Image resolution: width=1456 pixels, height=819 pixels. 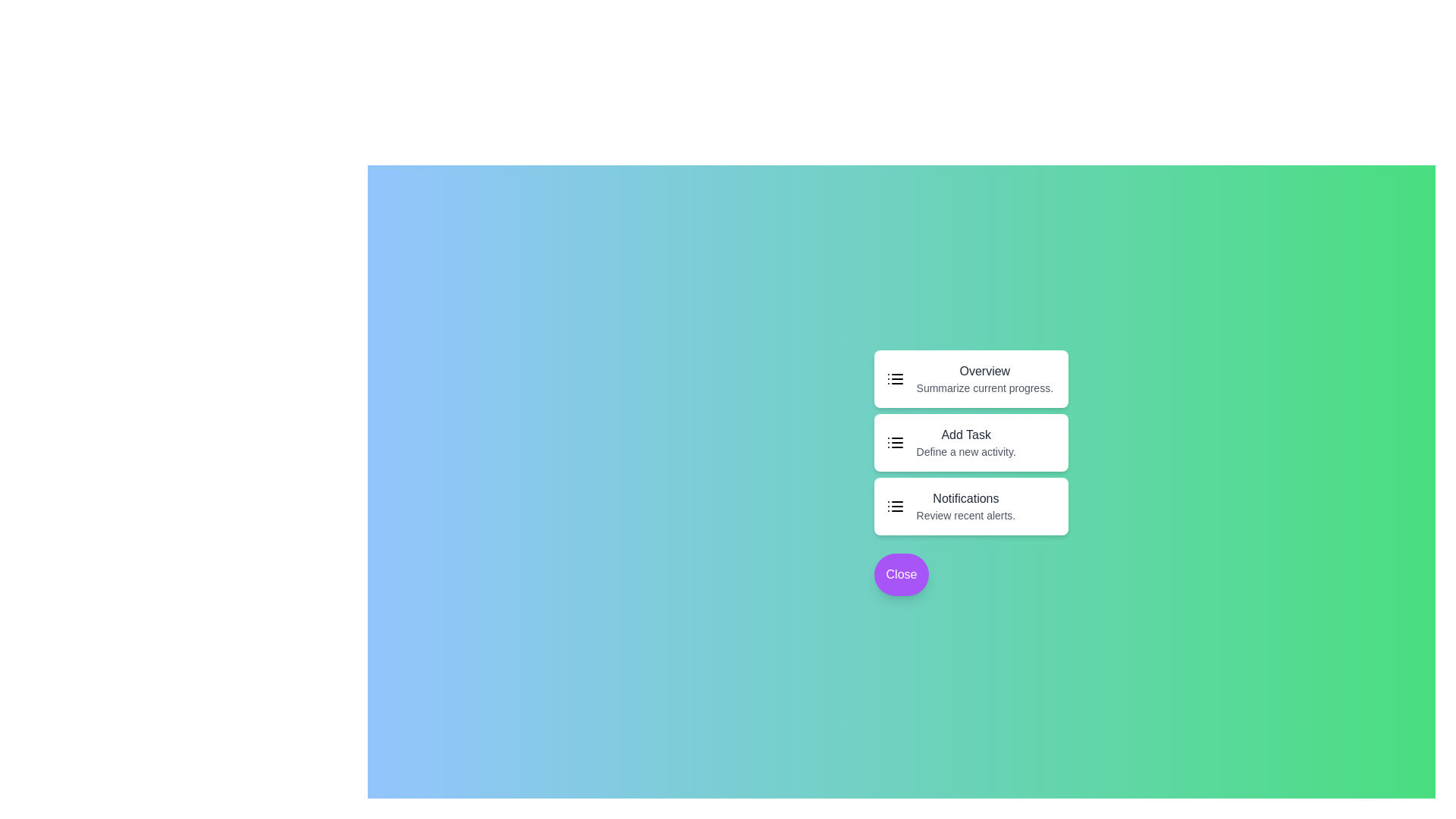 I want to click on the 'Add Task' option to initiate the action, so click(x=971, y=442).